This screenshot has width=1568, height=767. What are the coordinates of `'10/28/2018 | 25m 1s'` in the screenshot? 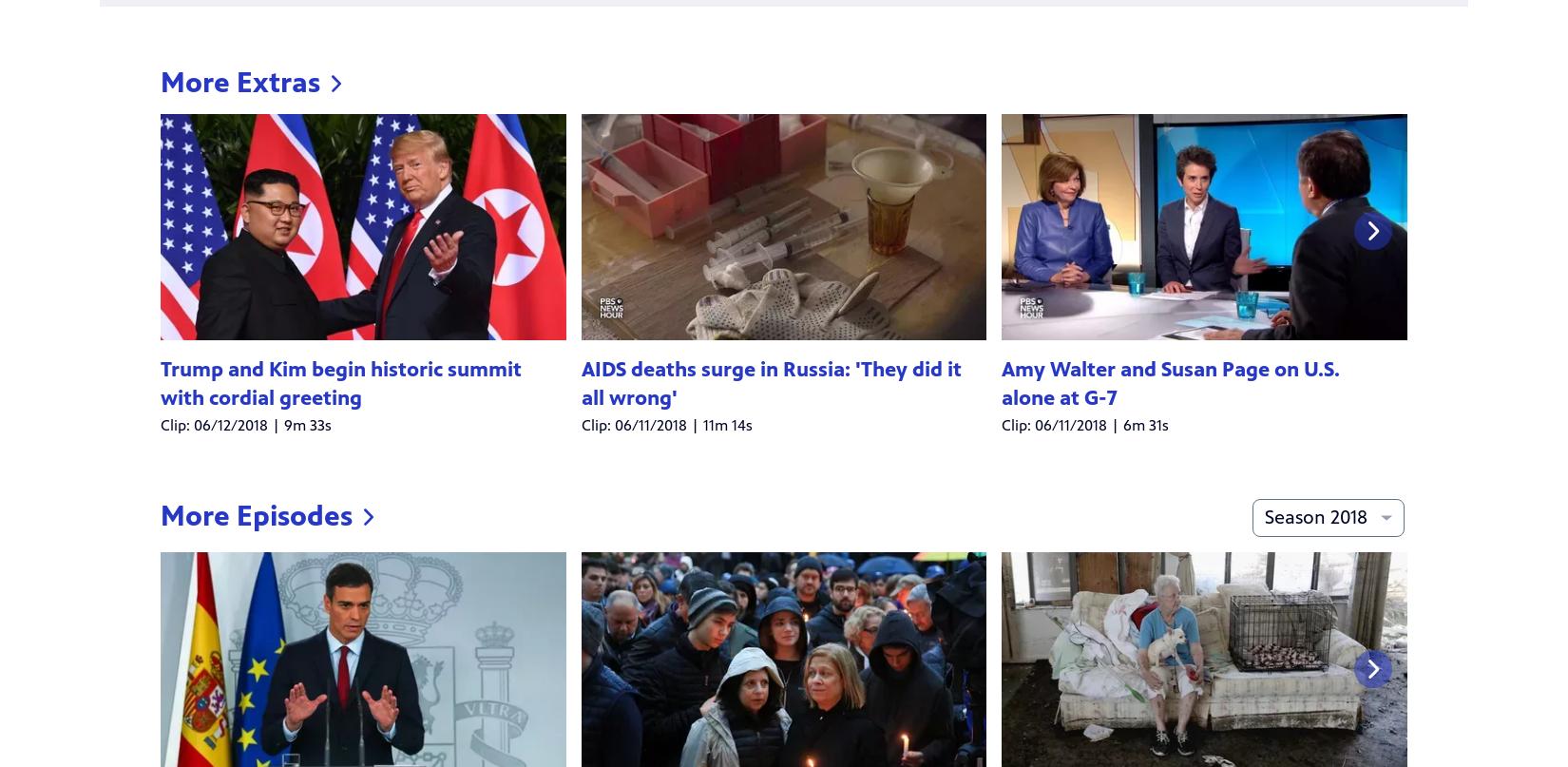 It's located at (646, 494).